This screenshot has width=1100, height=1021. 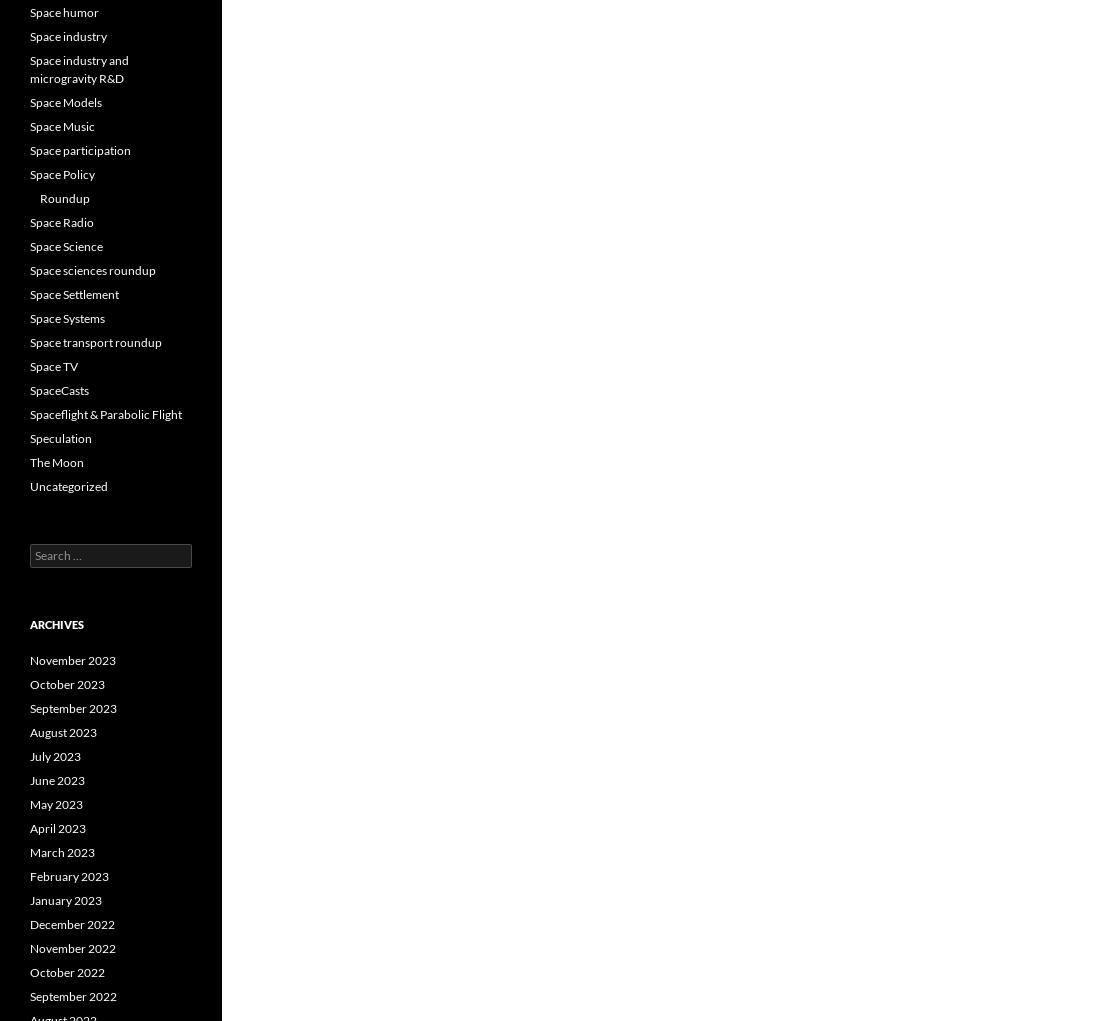 I want to click on 'June 2023', so click(x=56, y=780).